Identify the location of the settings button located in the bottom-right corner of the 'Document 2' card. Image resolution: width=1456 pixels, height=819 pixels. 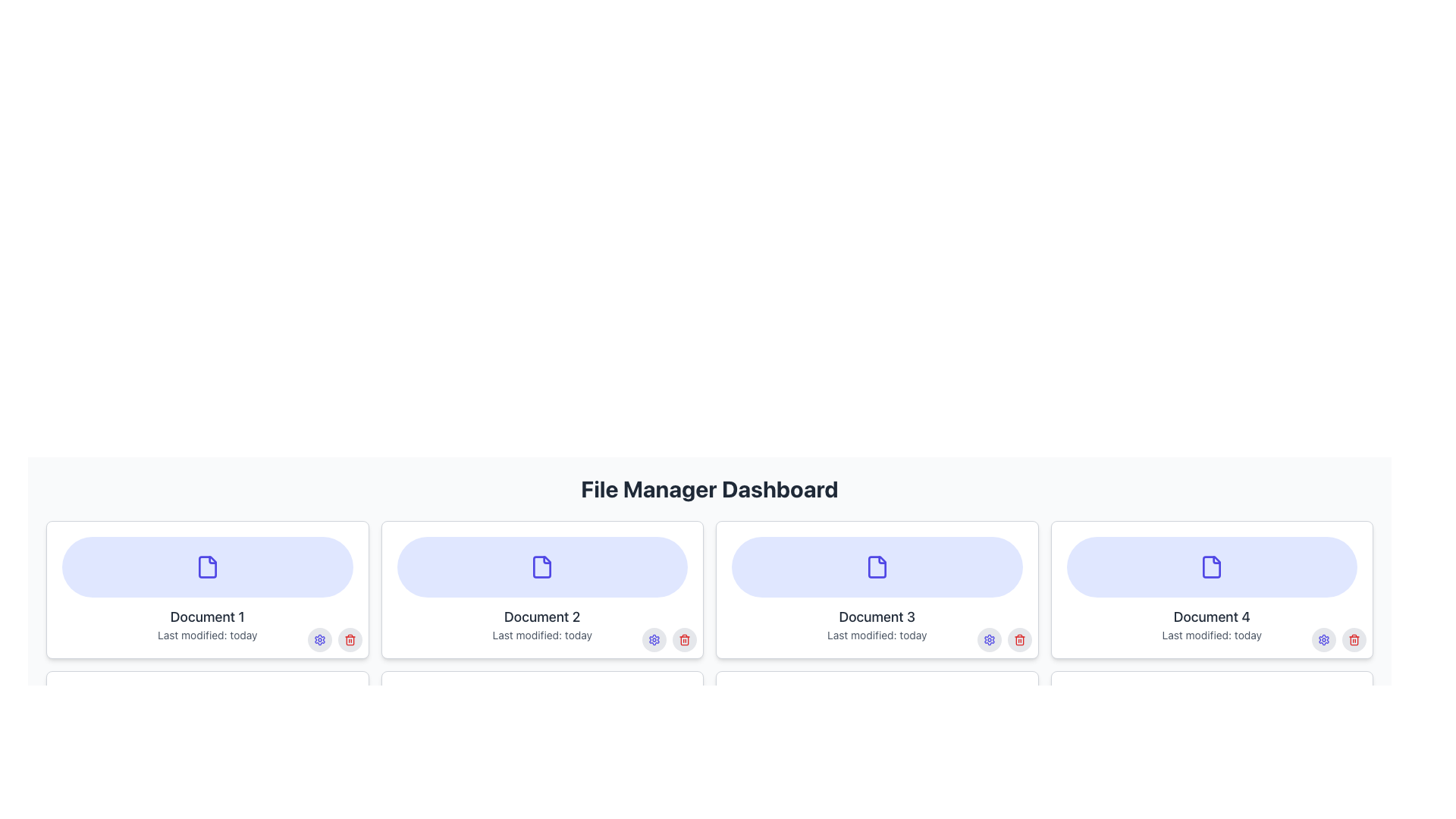
(654, 640).